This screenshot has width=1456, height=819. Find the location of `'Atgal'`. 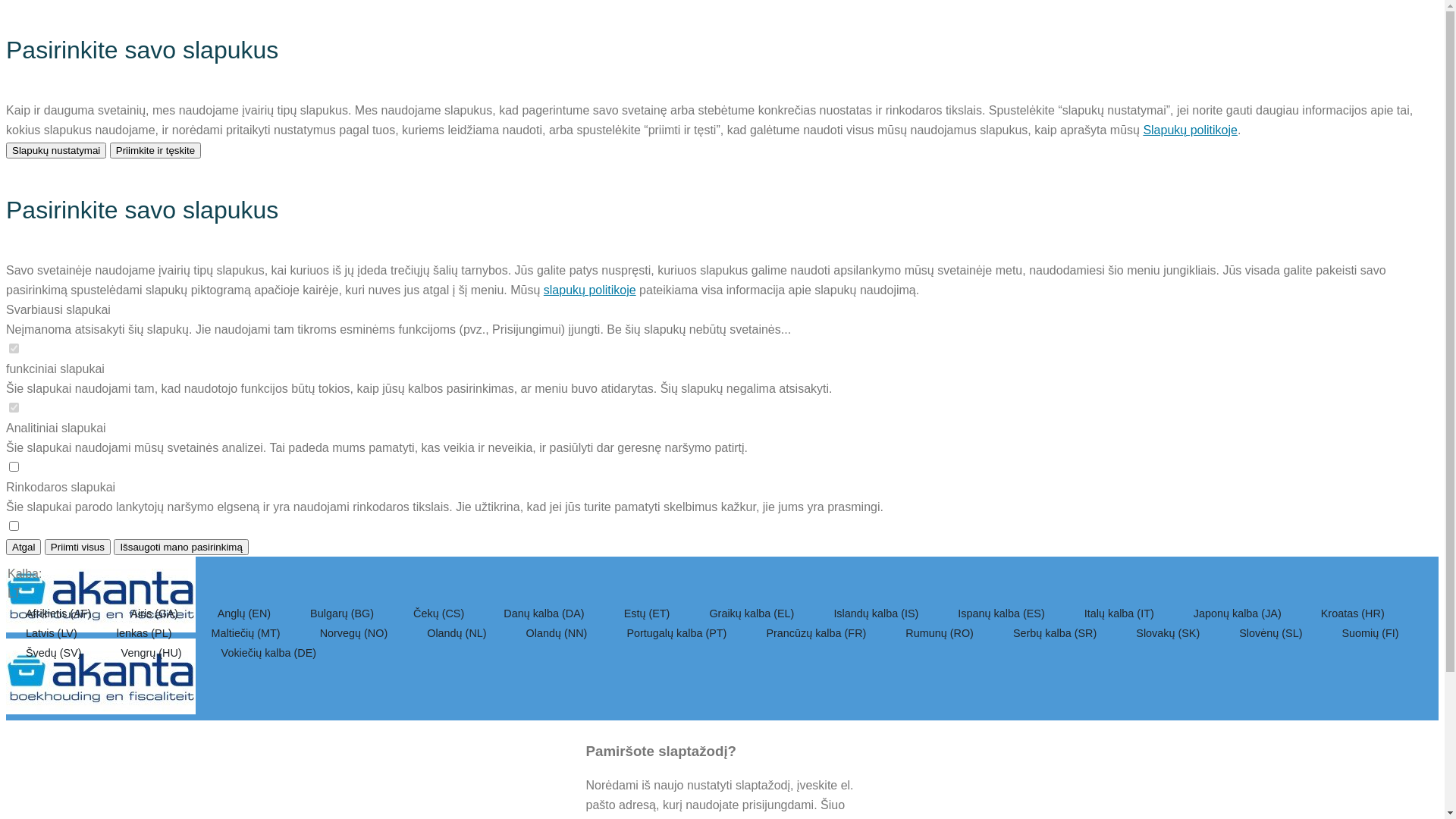

'Atgal' is located at coordinates (23, 547).